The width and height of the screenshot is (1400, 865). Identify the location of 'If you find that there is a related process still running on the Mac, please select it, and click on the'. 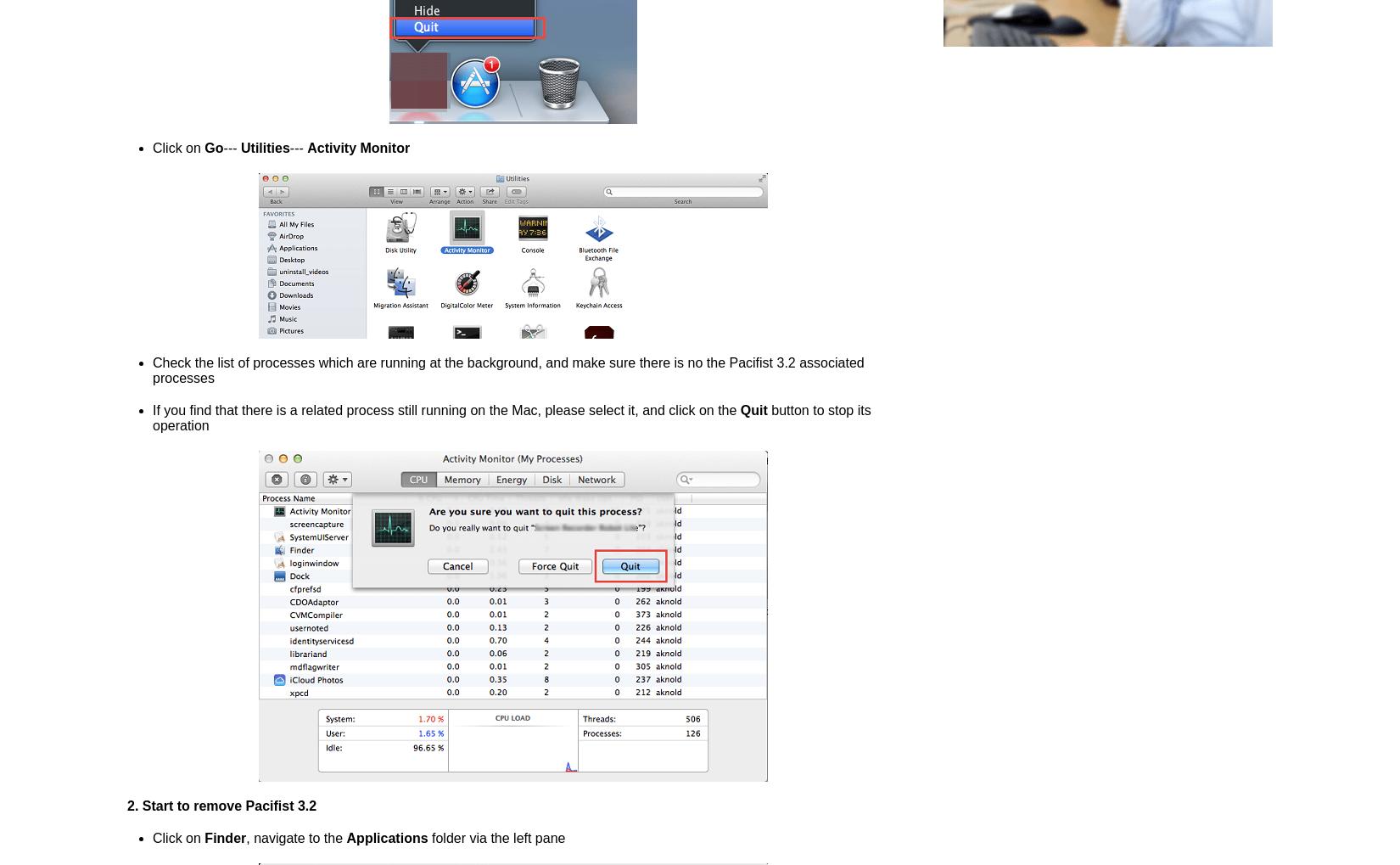
(153, 409).